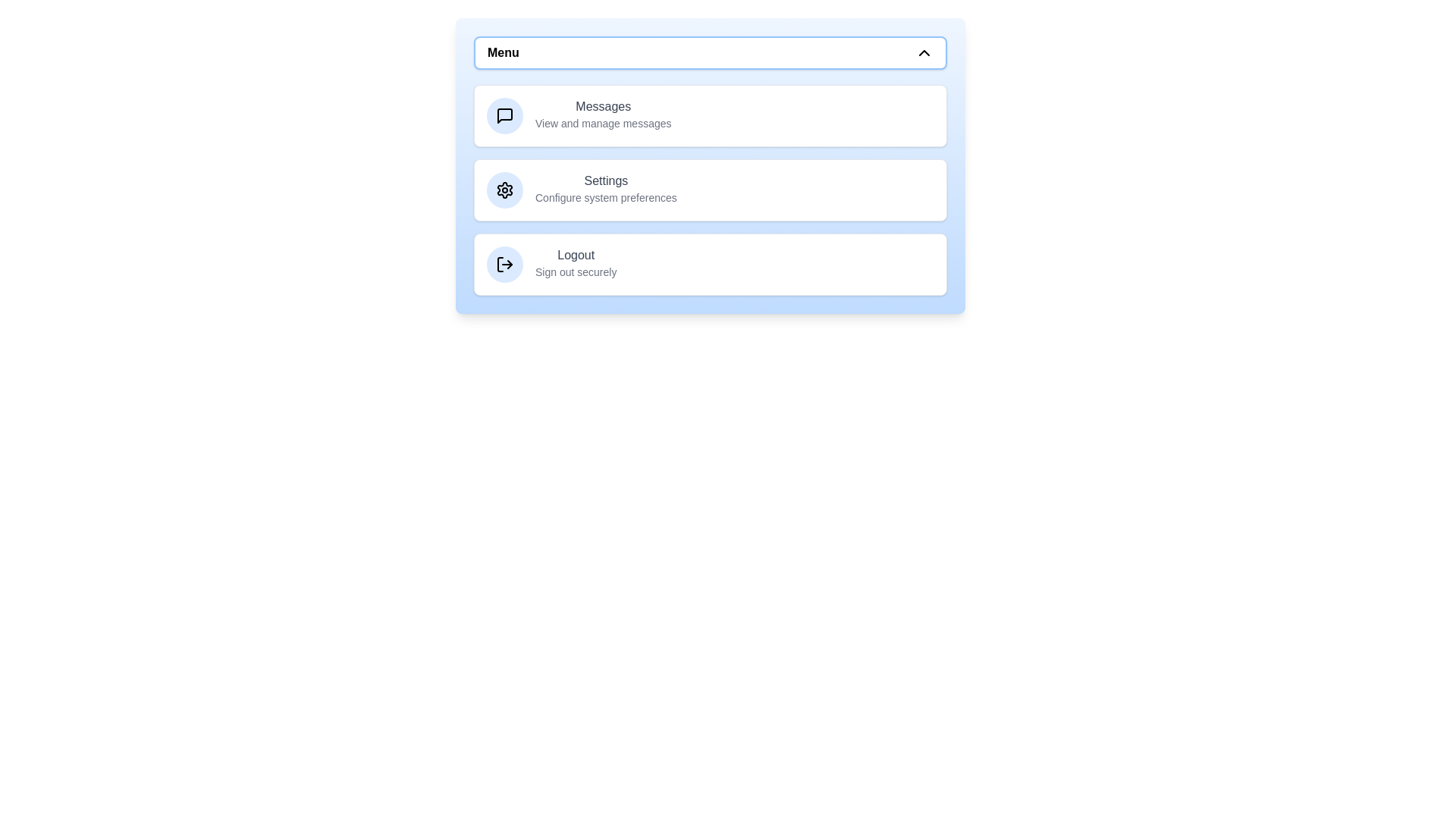 Image resolution: width=1456 pixels, height=819 pixels. I want to click on the icon for Logout in the menu, so click(505, 263).